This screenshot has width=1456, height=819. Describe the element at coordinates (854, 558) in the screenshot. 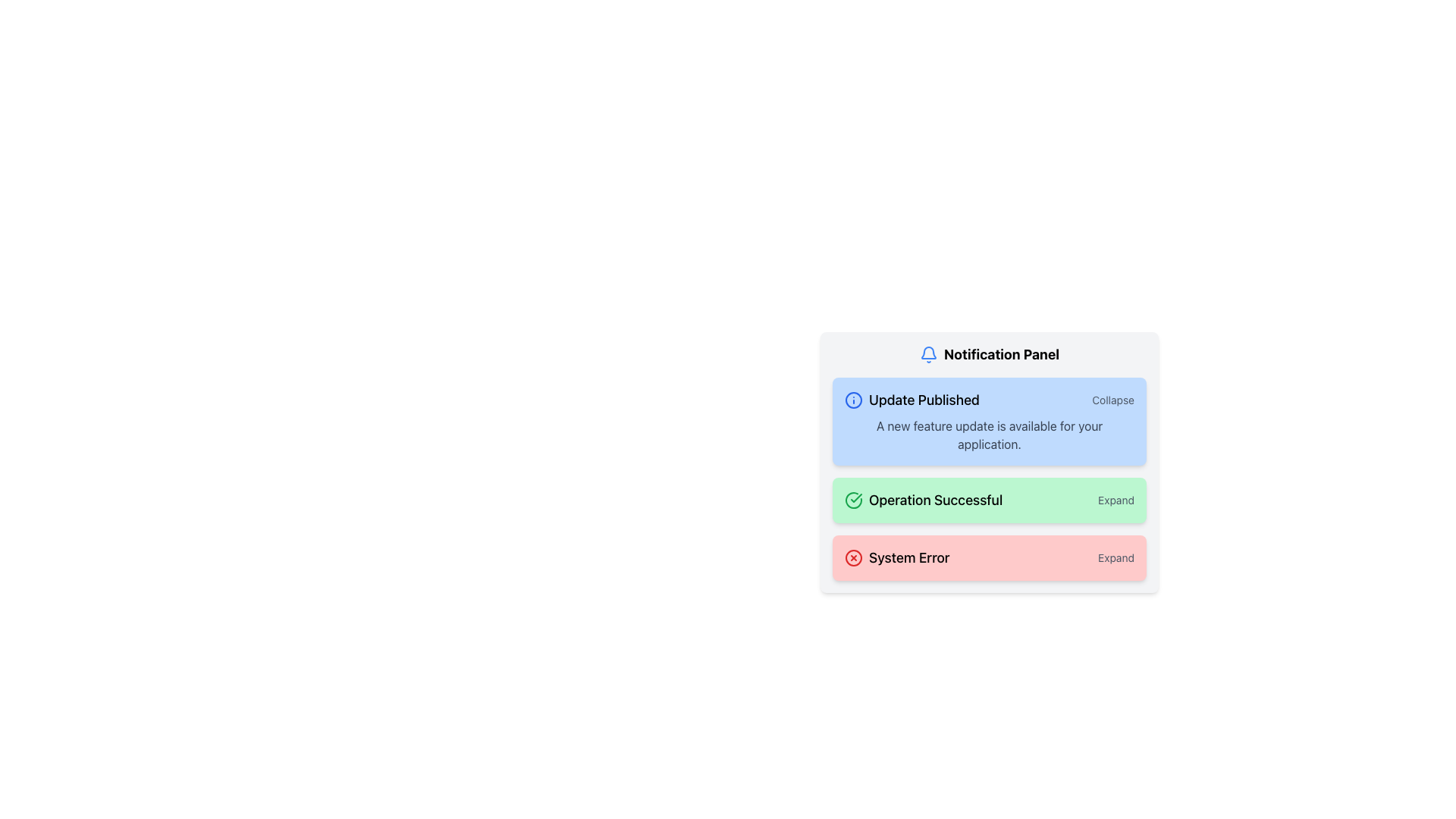

I see `the error icon that visually represents the cancellation status associated with the 'System Error' notification, located at the leftmost side of the notification text` at that location.